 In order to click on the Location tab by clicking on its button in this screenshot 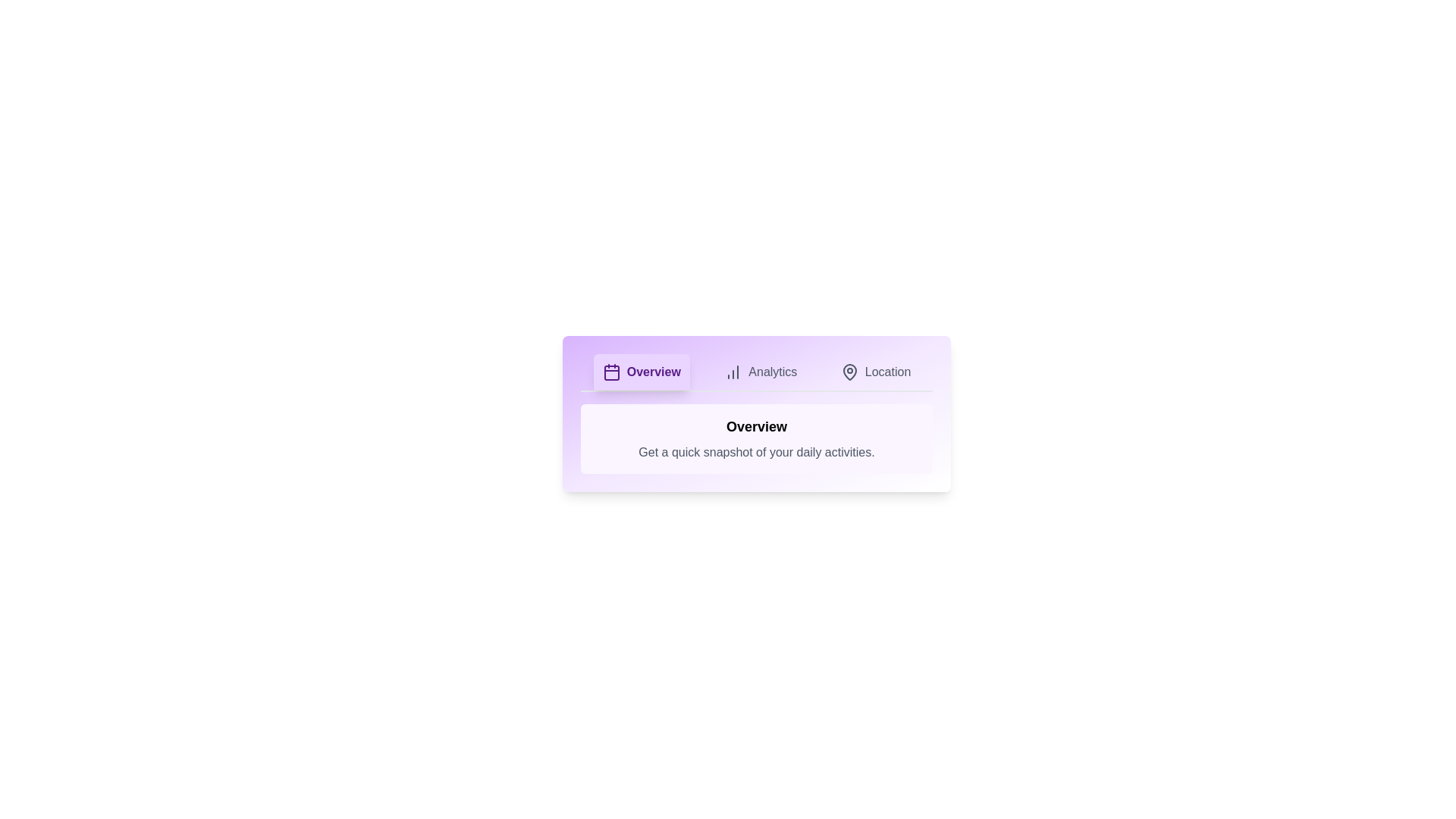, I will do `click(876, 372)`.